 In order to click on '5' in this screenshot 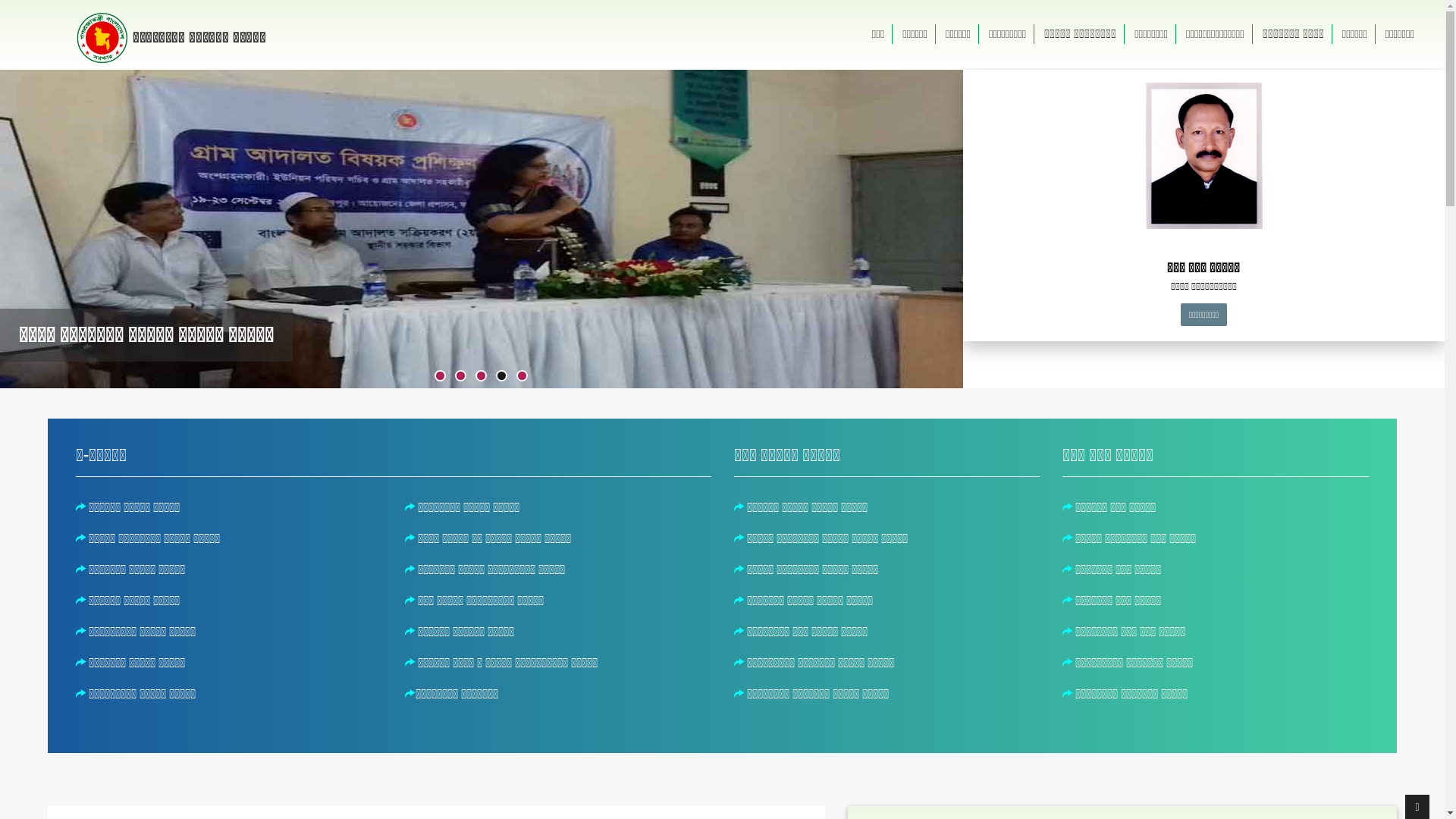, I will do `click(522, 375)`.